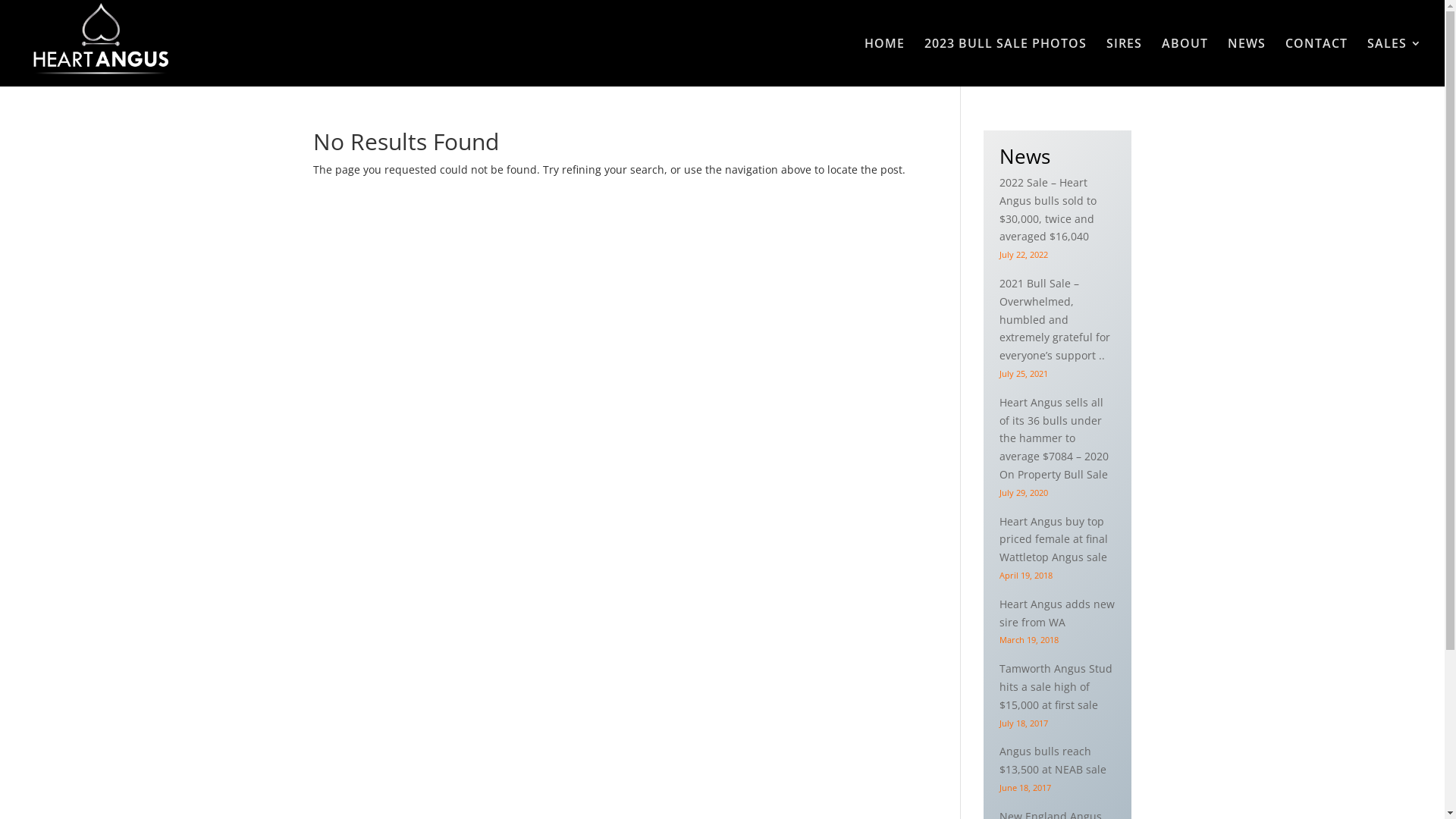 This screenshot has width=1456, height=819. I want to click on 'Angus bulls reach $13,500 at NEAB sale', so click(999, 760).